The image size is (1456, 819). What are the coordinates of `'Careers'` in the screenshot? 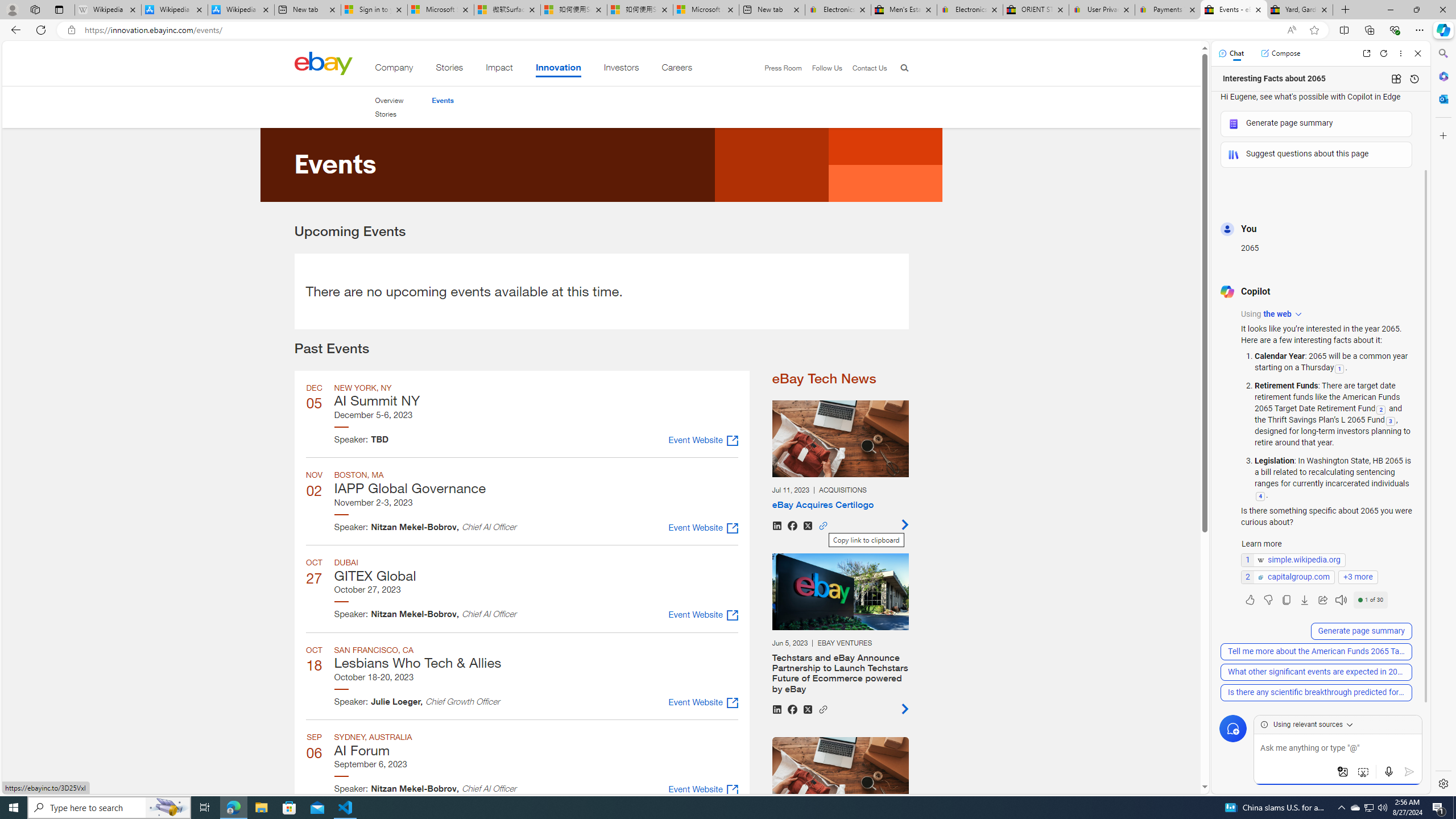 It's located at (677, 69).